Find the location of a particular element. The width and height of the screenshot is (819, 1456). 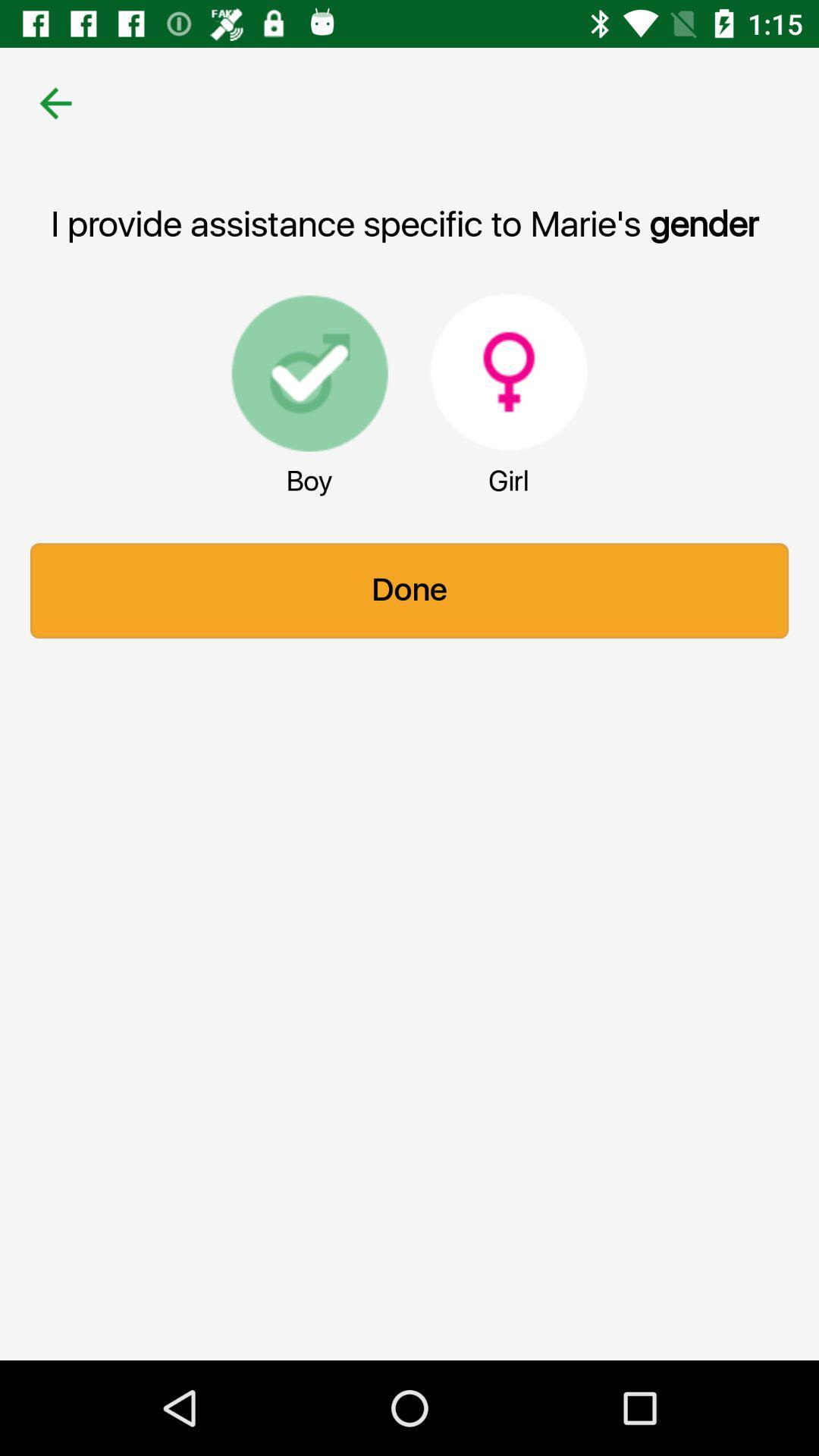

icon above girl item is located at coordinates (509, 372).